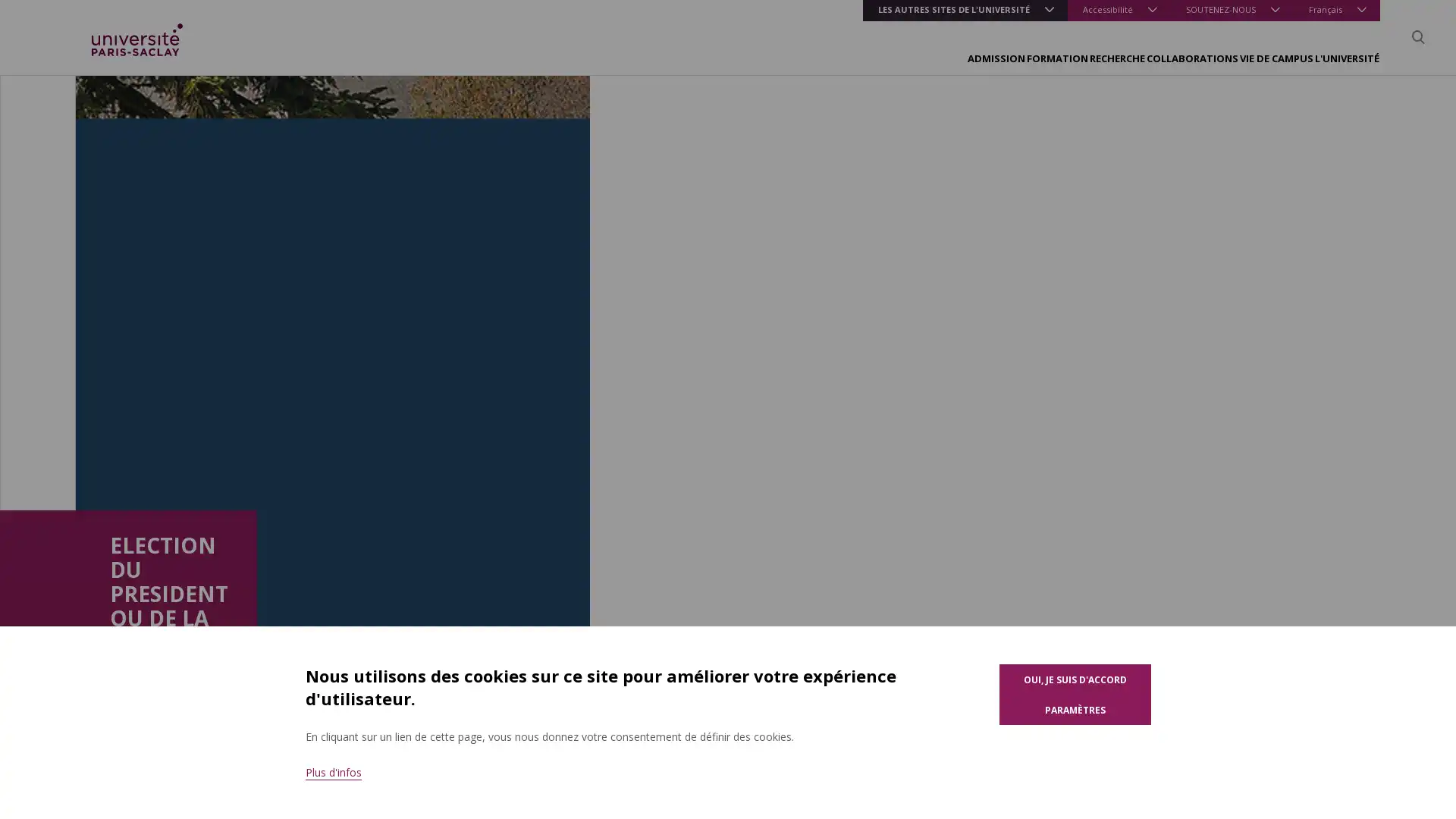 This screenshot has height=819, width=1456. I want to click on Parametres des cookies, so click(1073, 720).